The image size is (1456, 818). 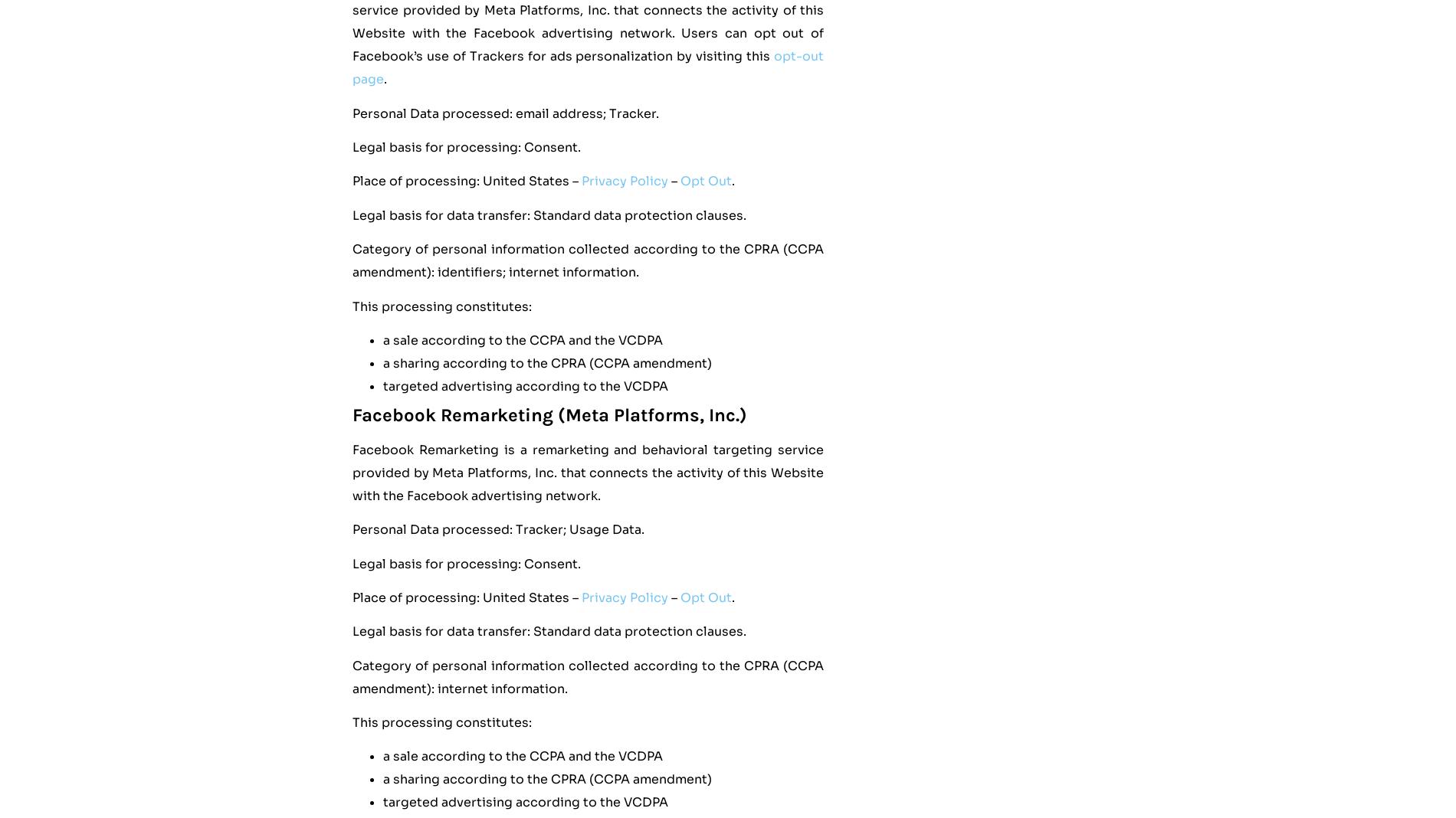 What do you see at coordinates (351, 471) in the screenshot?
I see `'Facebook Remarketing is a remarketing and behavioral targeting service provided by Meta Platforms, Inc. that connects the activity of this Website with the Facebook advertising network.'` at bounding box center [351, 471].